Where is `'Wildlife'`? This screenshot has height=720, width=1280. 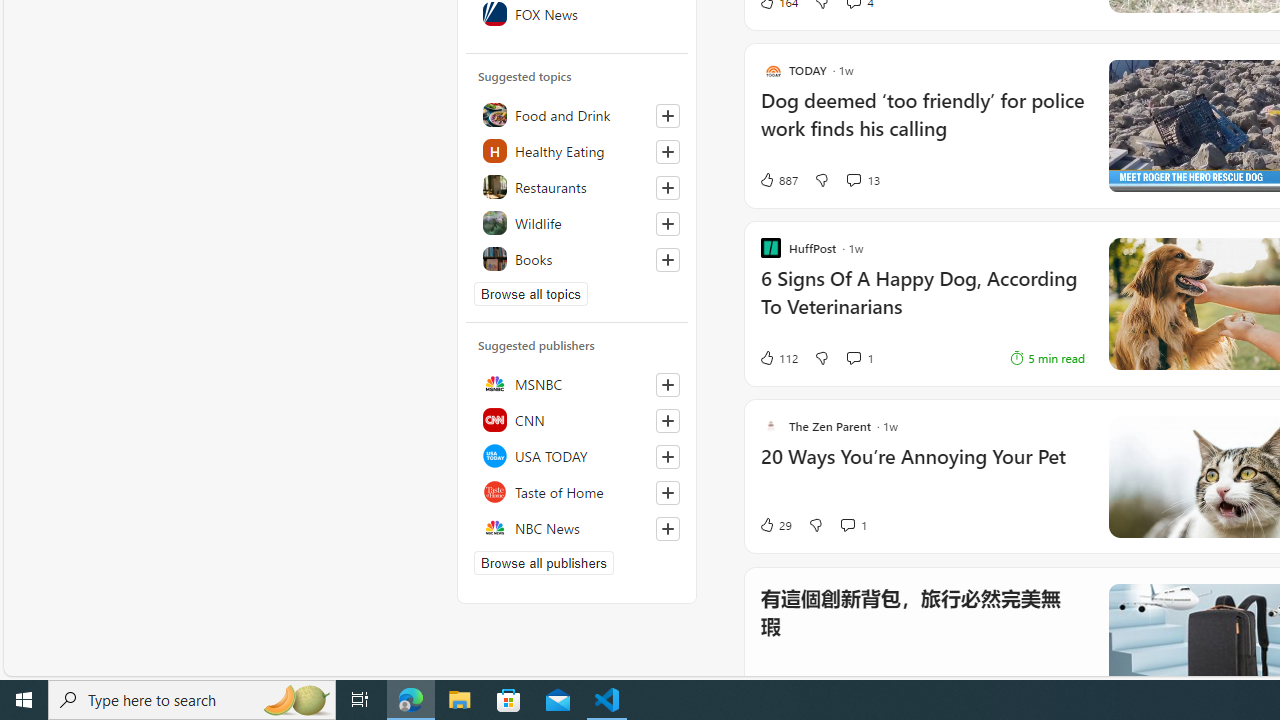 'Wildlife' is located at coordinates (576, 222).